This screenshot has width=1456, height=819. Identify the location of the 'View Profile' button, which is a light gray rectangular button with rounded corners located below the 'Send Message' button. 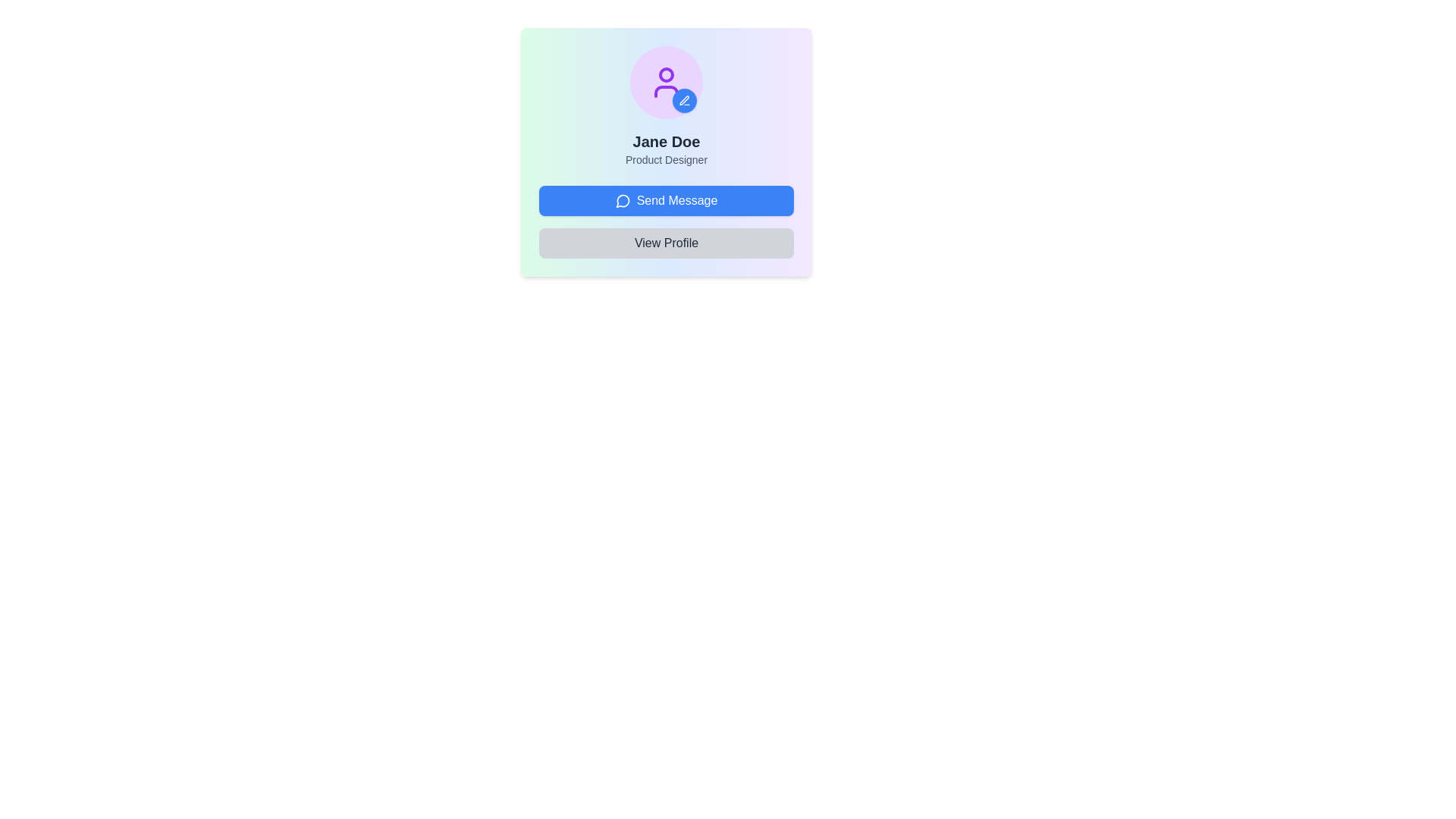
(666, 242).